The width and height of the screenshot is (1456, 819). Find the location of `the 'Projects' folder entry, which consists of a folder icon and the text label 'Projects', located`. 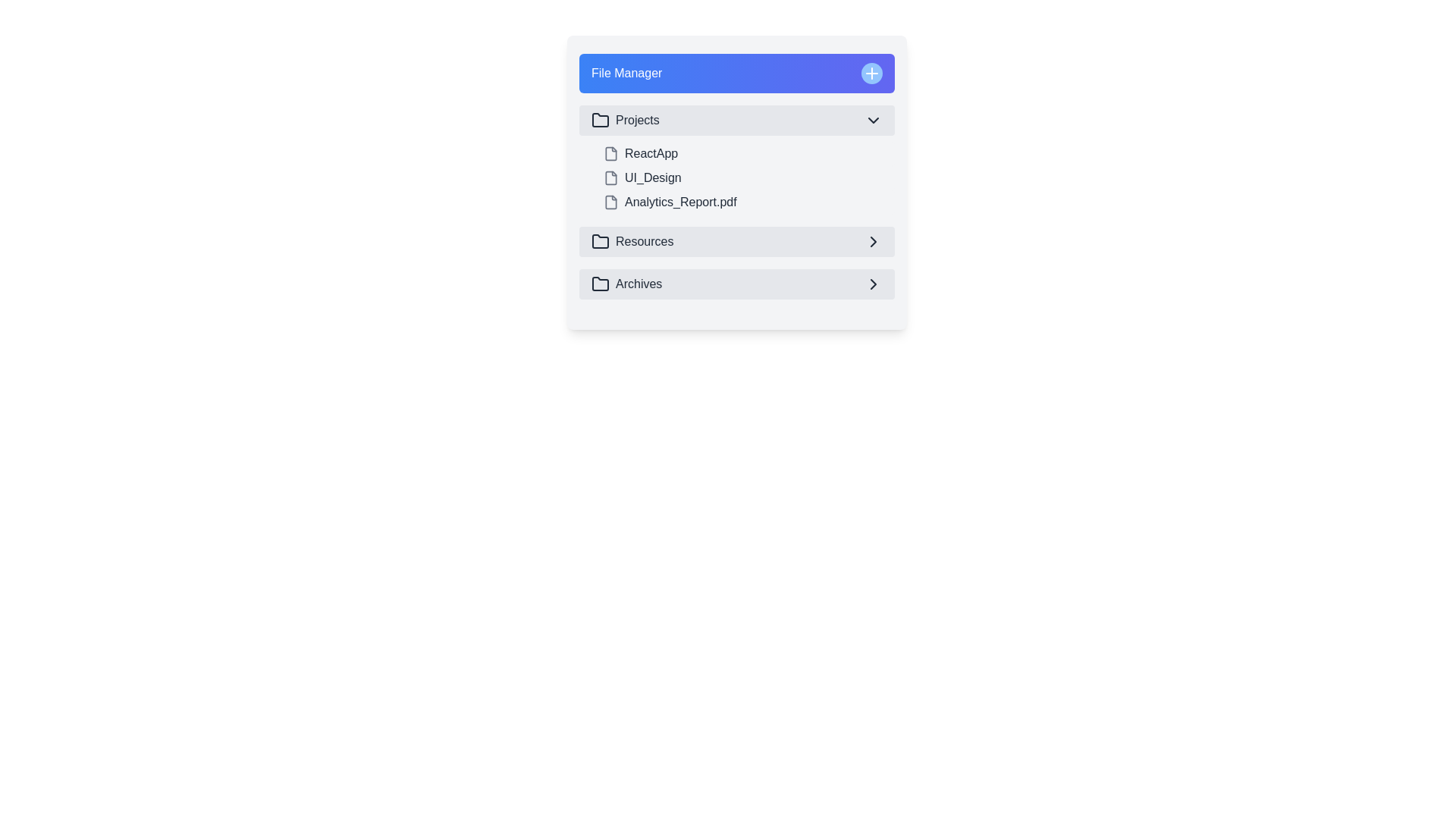

the 'Projects' folder entry, which consists of a folder icon and the text label 'Projects', located is located at coordinates (625, 119).